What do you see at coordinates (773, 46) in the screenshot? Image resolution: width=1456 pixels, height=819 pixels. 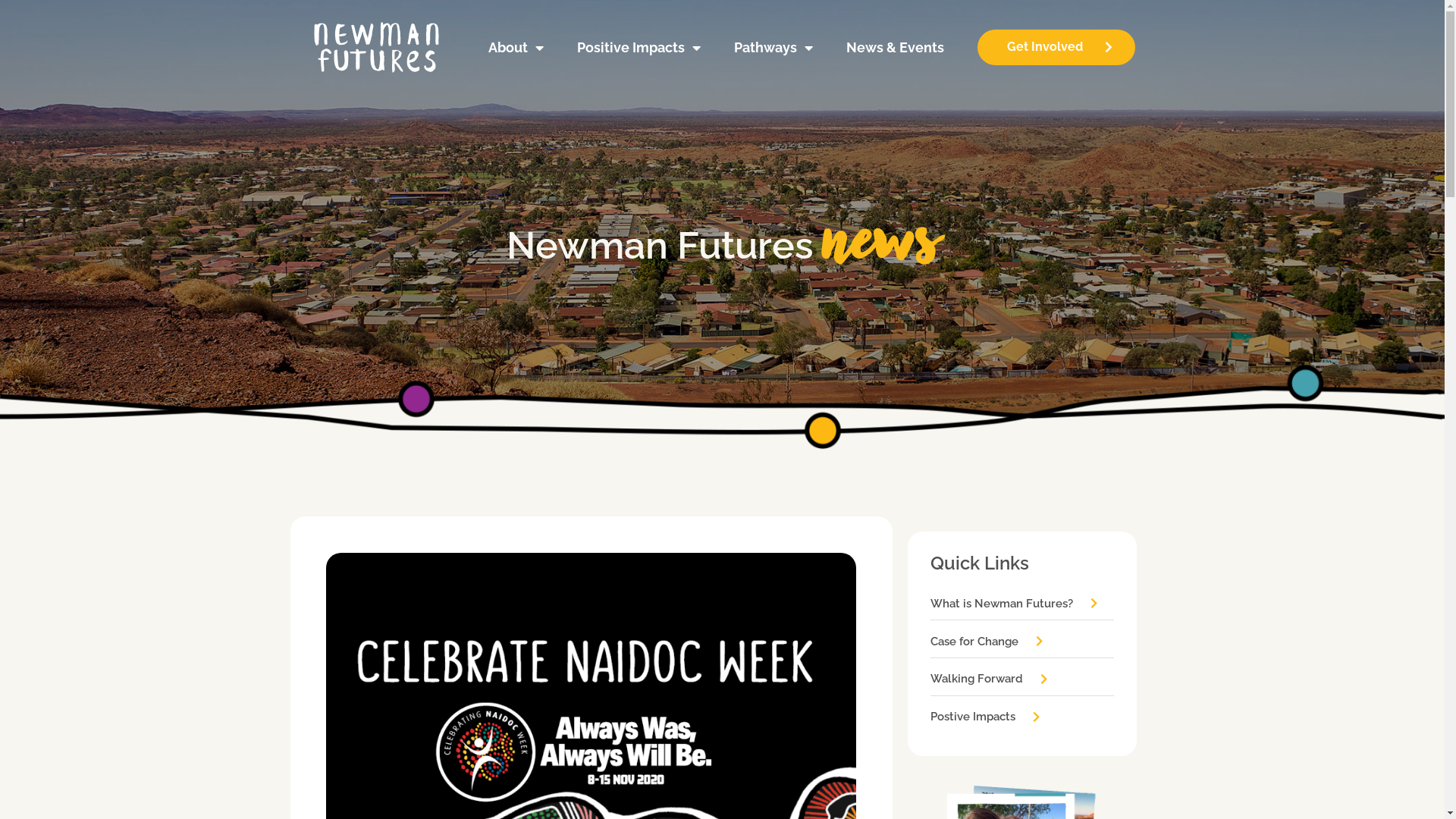 I see `'Pathways'` at bounding box center [773, 46].